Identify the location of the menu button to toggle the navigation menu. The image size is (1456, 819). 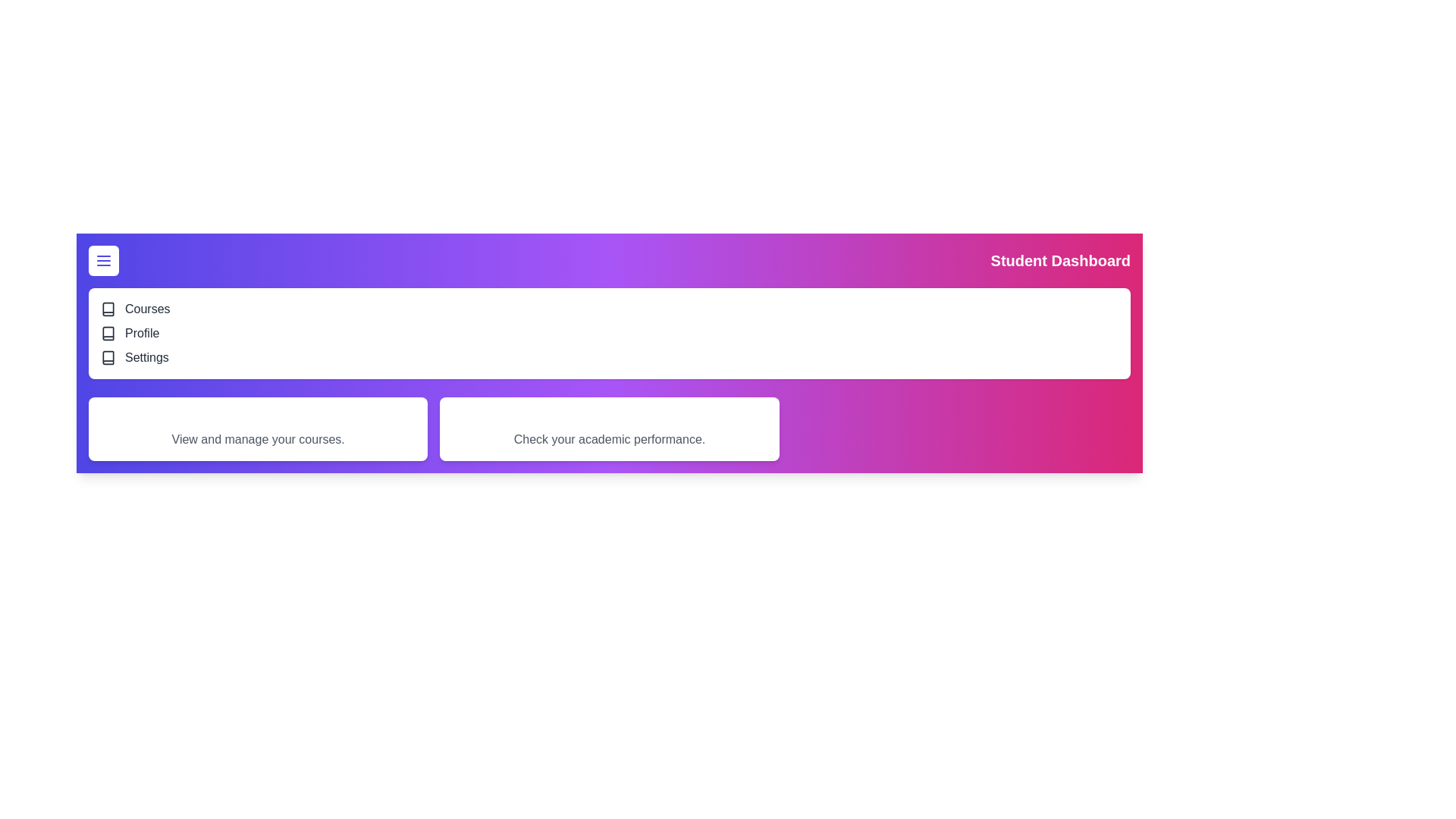
(103, 259).